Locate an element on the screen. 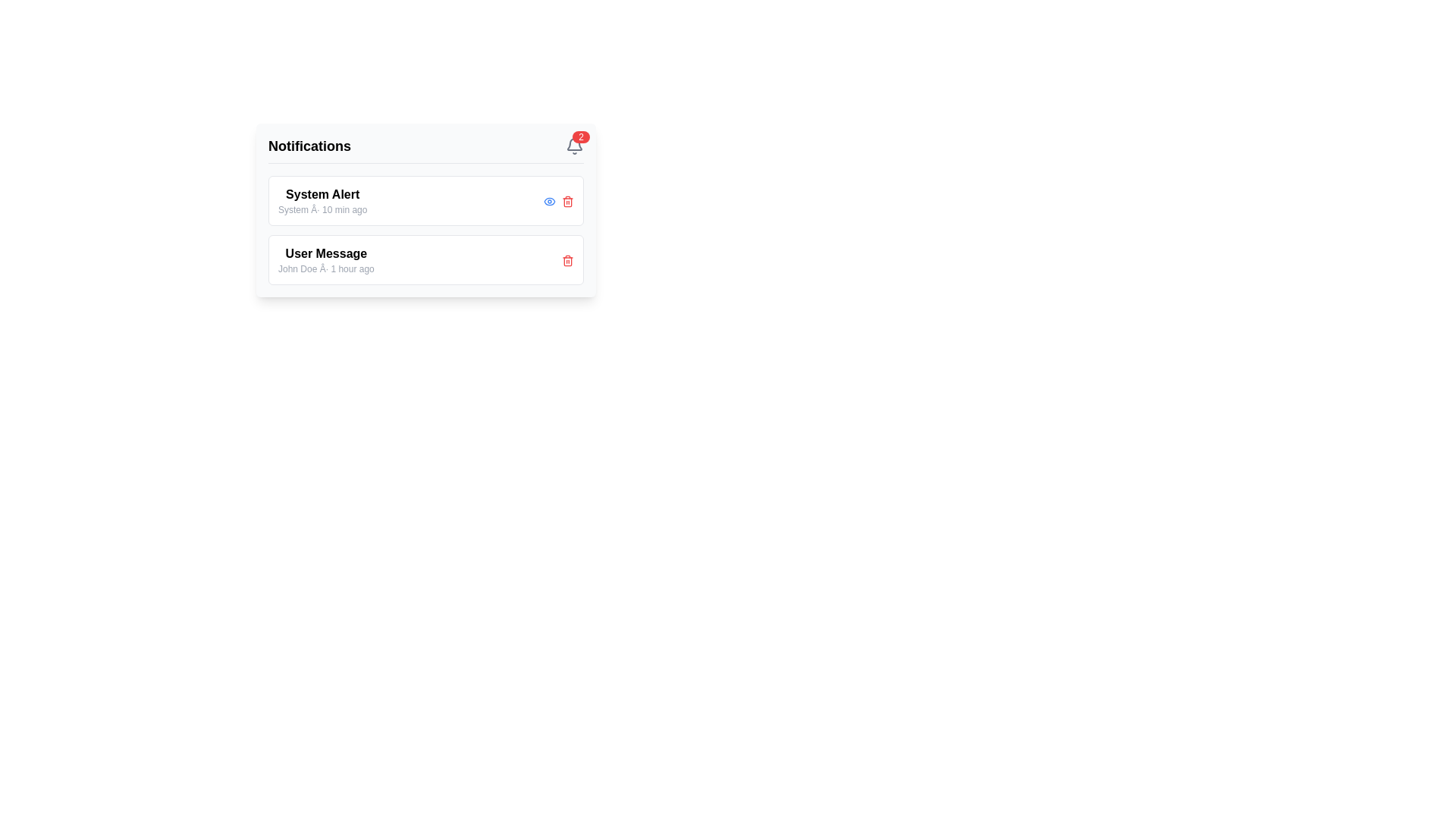 The image size is (1456, 819). the bolded header text element that serves as the title of the notification, located in the uppermost notification card in the notifications section is located at coordinates (322, 194).